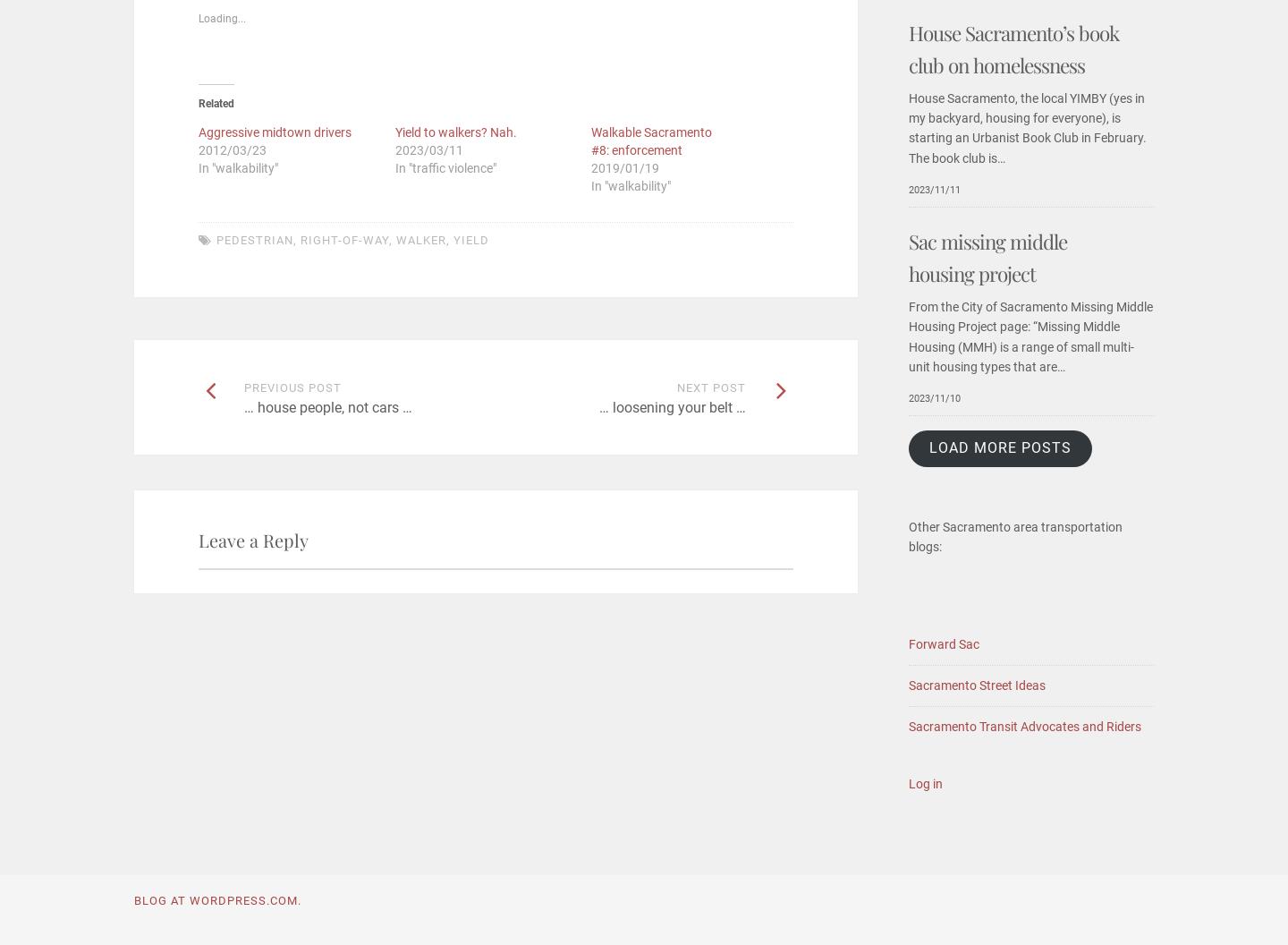 The height and width of the screenshot is (945, 1288). I want to click on '2023/11/10', so click(935, 398).